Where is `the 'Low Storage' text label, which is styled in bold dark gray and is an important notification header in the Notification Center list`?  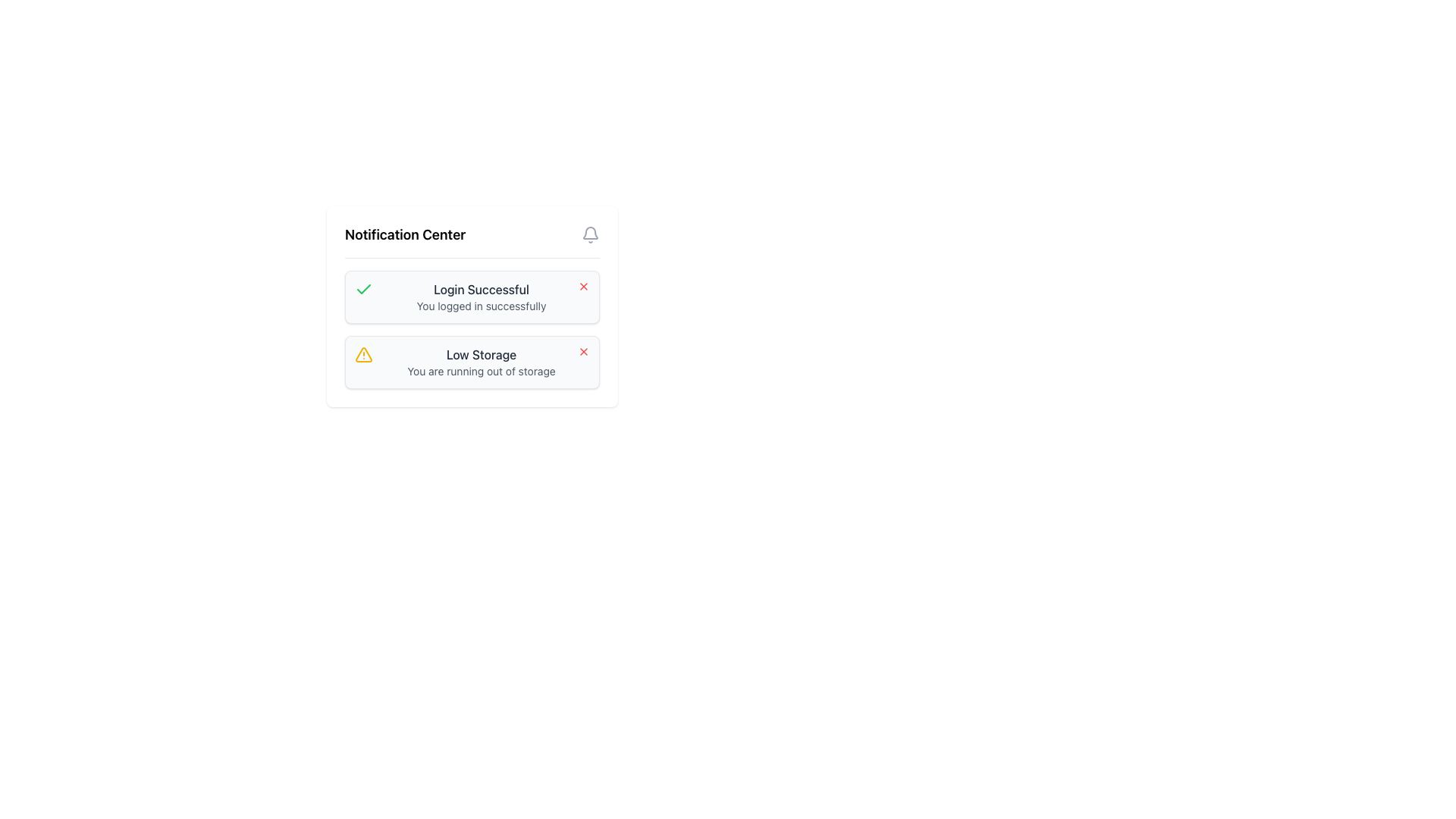 the 'Low Storage' text label, which is styled in bold dark gray and is an important notification header in the Notification Center list is located at coordinates (480, 354).